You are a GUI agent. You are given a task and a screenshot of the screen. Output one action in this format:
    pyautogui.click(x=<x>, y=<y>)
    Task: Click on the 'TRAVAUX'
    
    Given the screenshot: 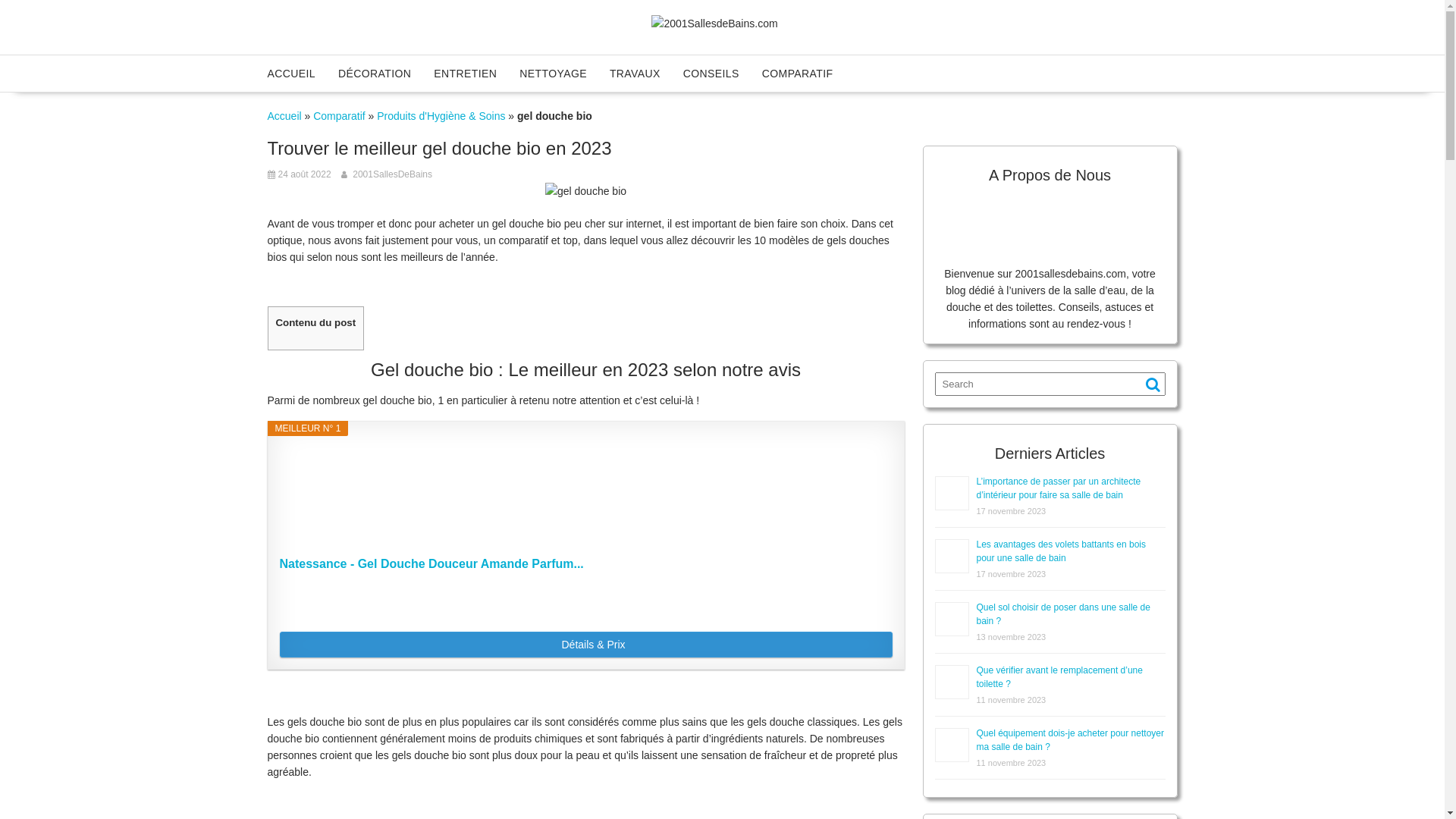 What is the action you would take?
    pyautogui.click(x=635, y=73)
    